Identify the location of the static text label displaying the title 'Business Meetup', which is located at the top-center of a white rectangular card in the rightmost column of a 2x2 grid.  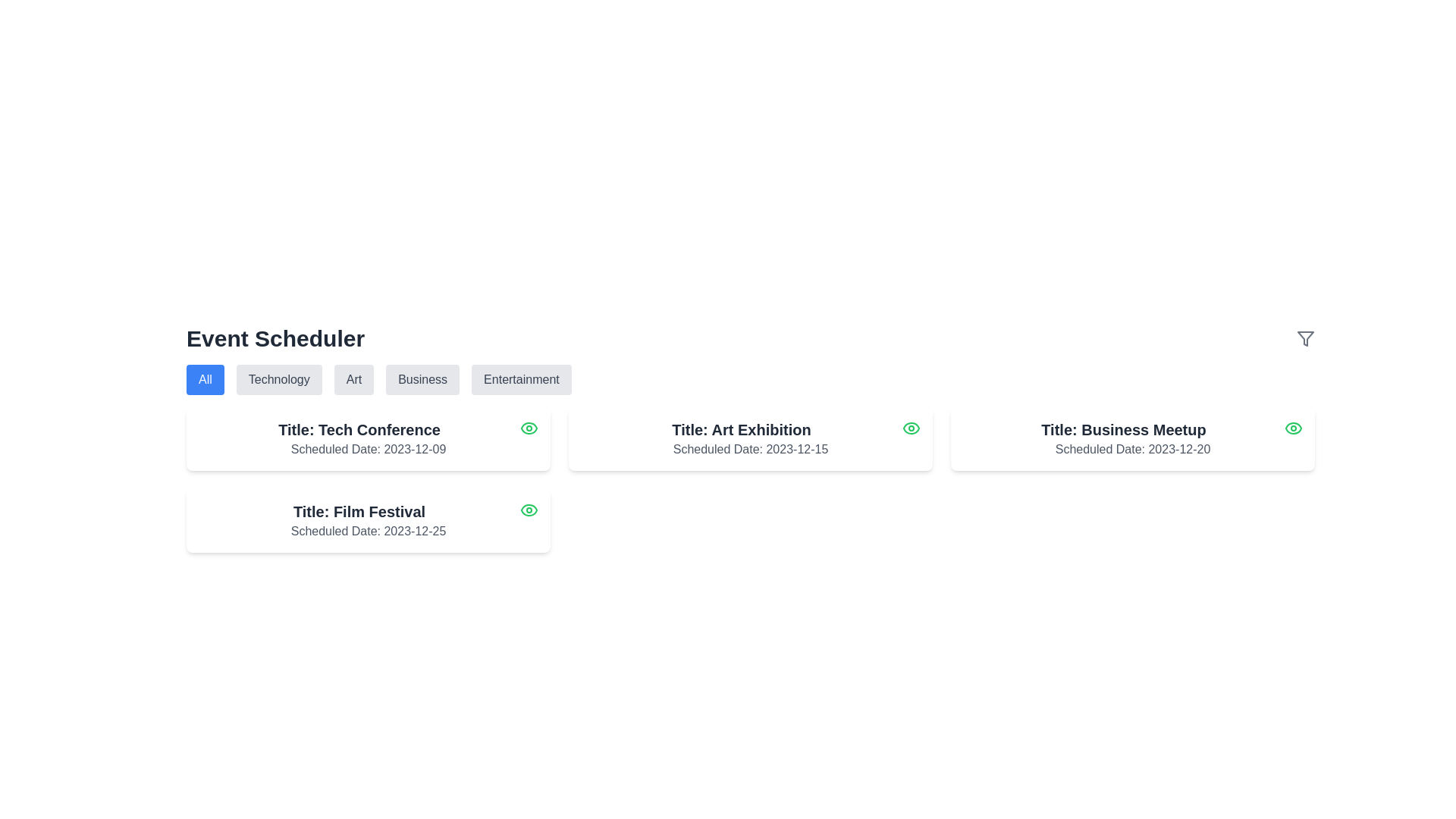
(1132, 430).